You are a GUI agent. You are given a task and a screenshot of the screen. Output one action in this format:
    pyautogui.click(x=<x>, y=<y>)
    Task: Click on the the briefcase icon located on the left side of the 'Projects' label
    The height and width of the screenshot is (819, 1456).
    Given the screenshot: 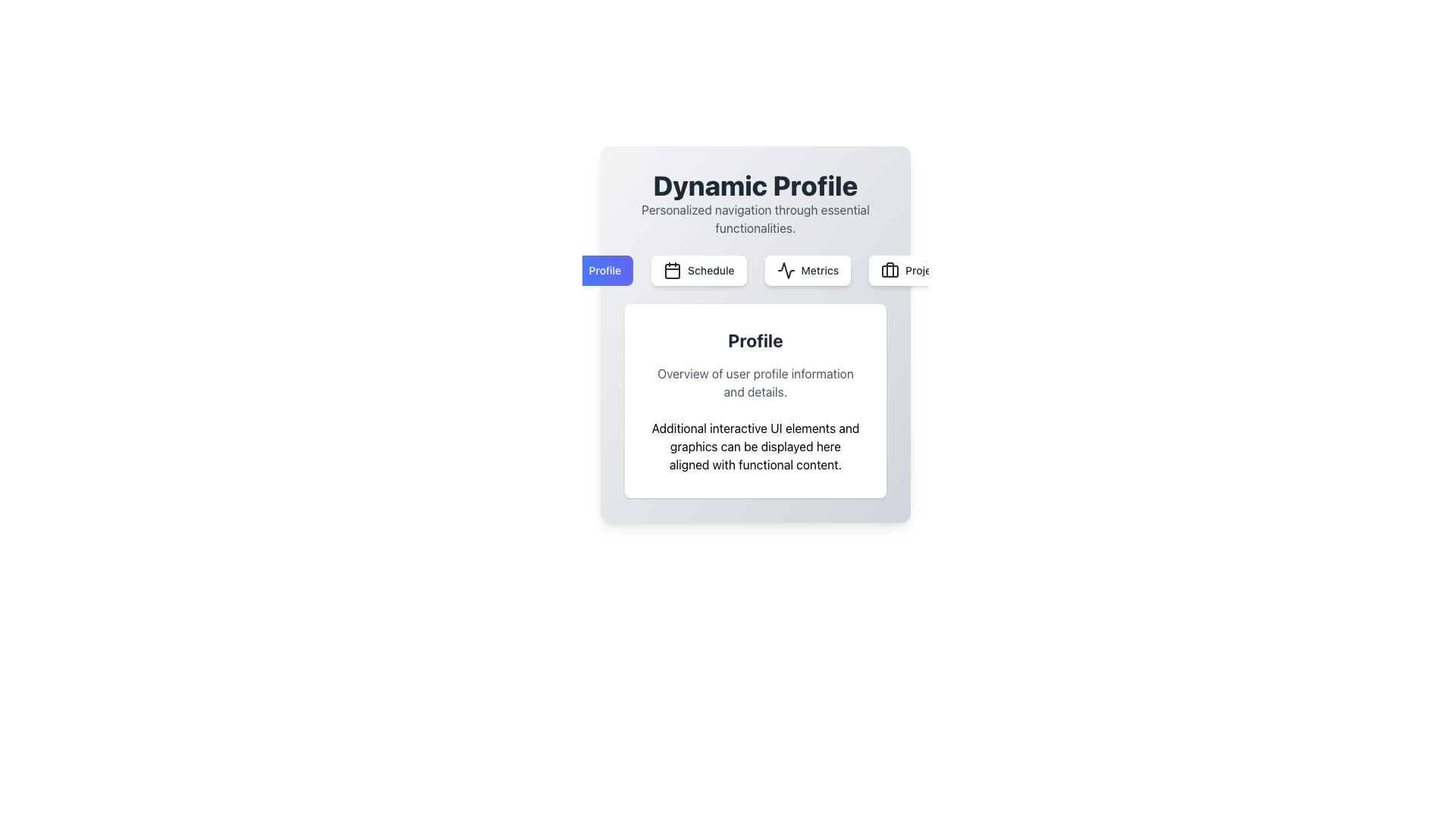 What is the action you would take?
    pyautogui.click(x=890, y=270)
    